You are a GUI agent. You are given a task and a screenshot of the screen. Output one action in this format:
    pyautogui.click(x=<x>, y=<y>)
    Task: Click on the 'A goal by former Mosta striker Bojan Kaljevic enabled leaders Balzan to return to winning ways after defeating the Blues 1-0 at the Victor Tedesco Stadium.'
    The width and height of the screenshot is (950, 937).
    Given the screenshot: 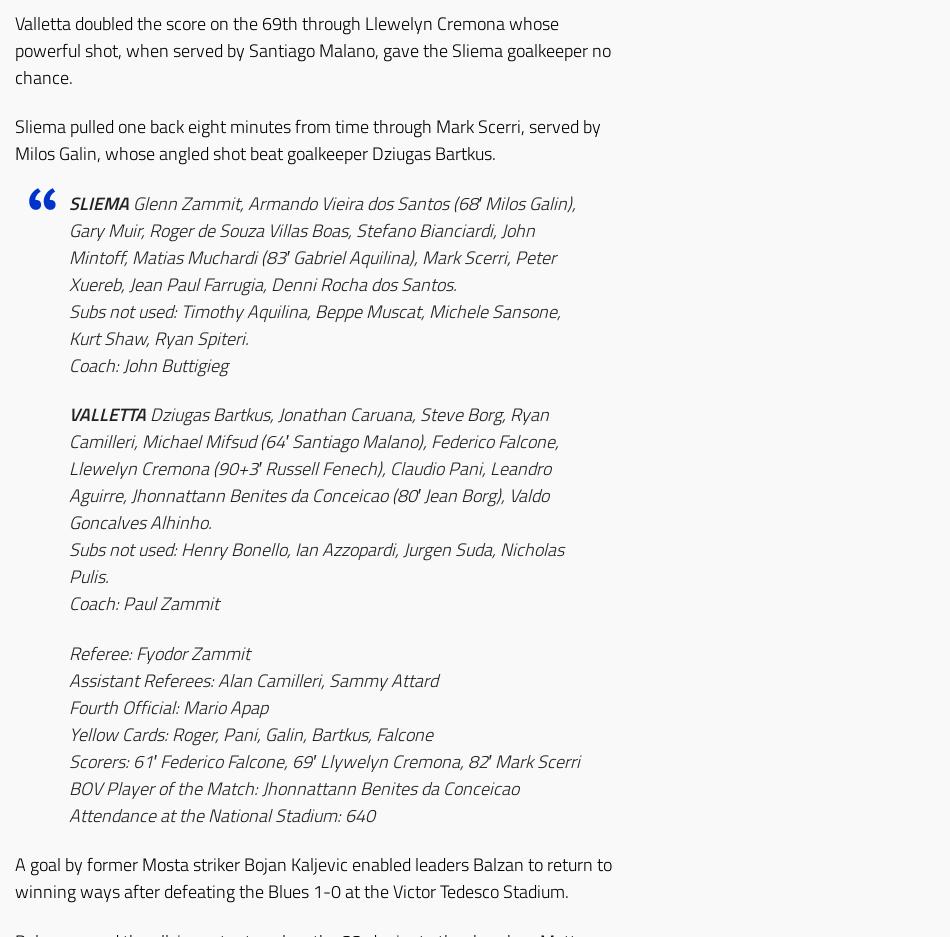 What is the action you would take?
    pyautogui.click(x=312, y=876)
    